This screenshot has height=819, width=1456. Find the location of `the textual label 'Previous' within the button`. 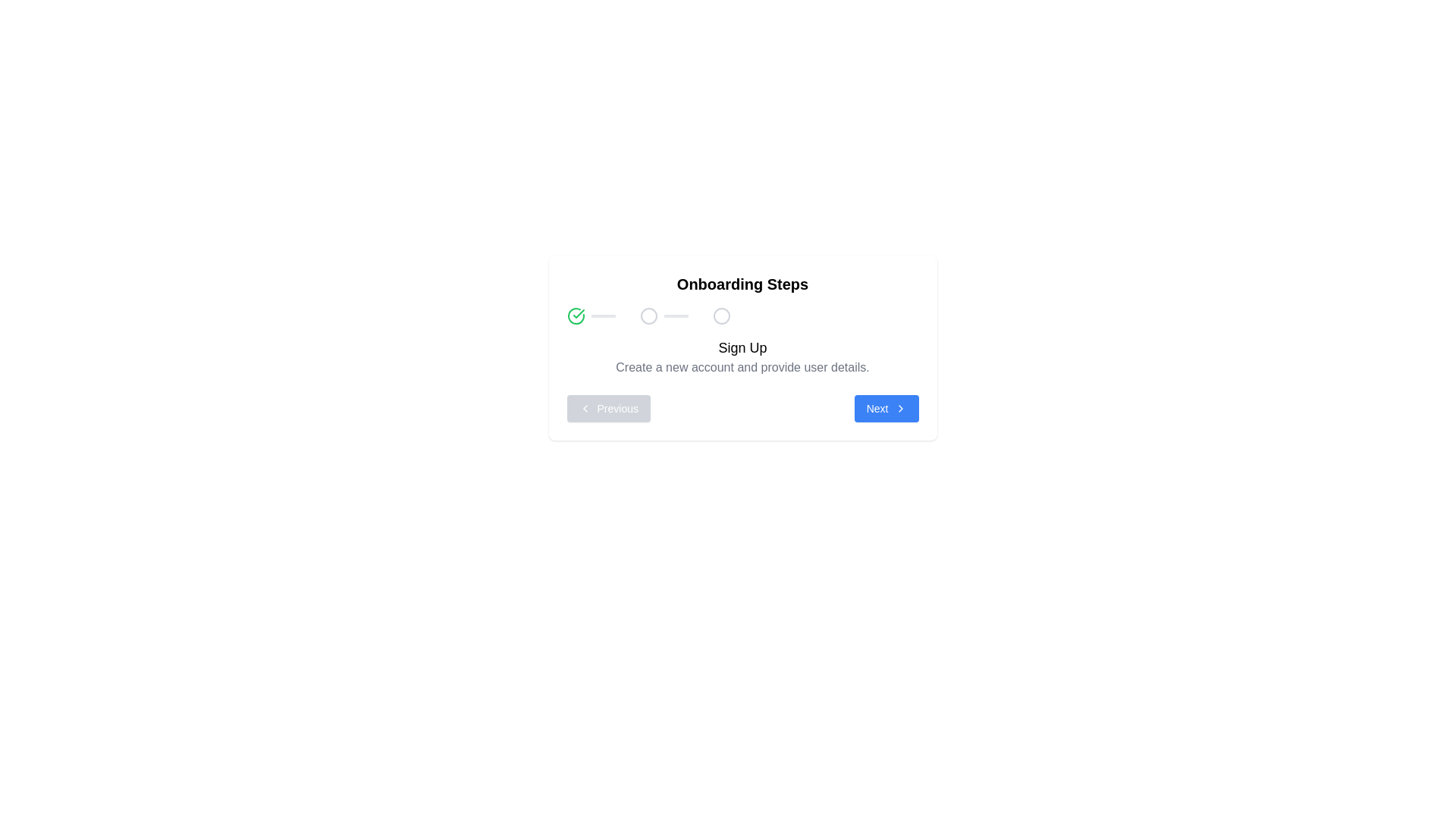

the textual label 'Previous' within the button is located at coordinates (617, 408).